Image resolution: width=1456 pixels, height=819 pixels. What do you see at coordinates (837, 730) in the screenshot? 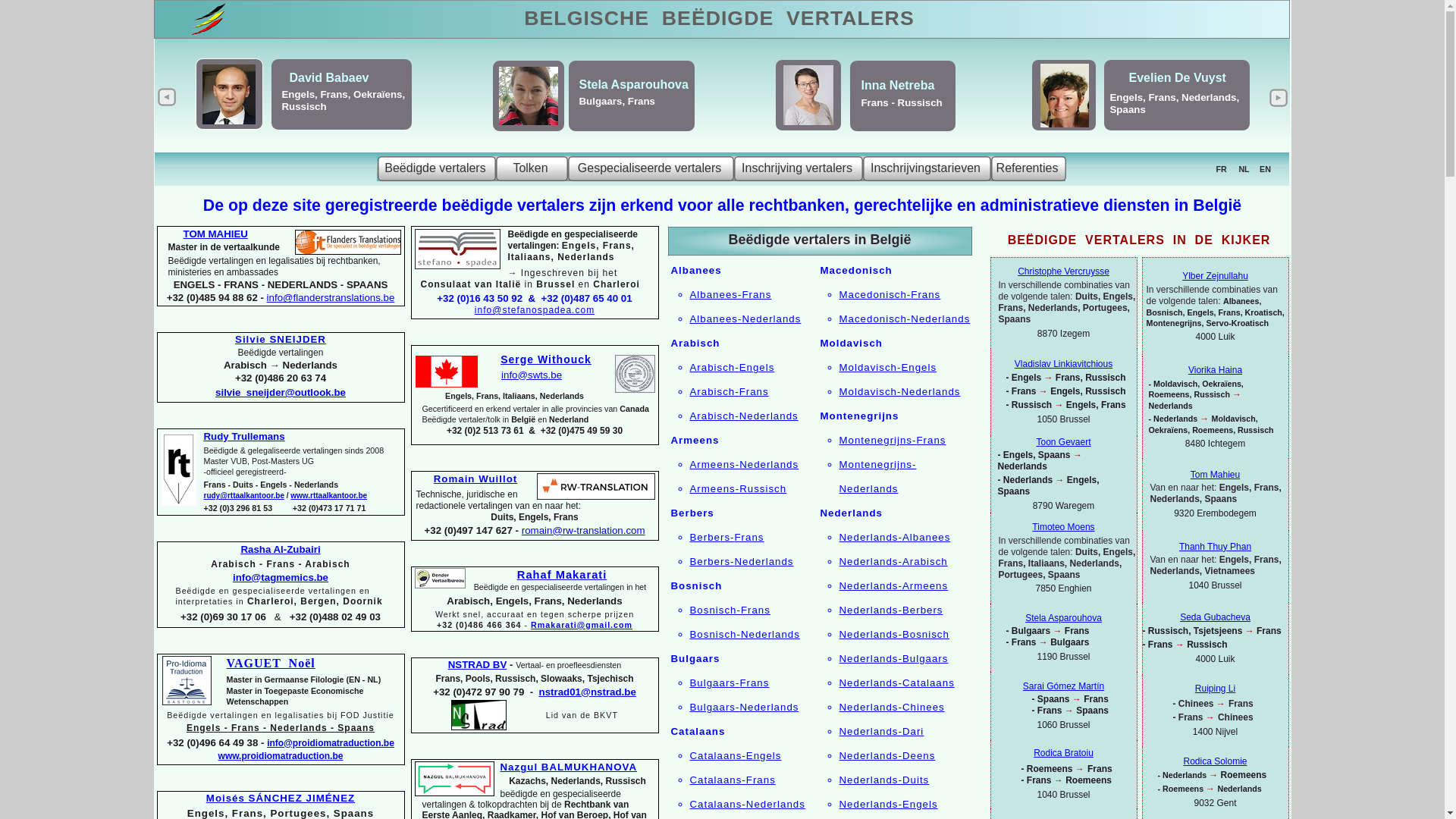
I see `'Nederlands-Dari'` at bounding box center [837, 730].